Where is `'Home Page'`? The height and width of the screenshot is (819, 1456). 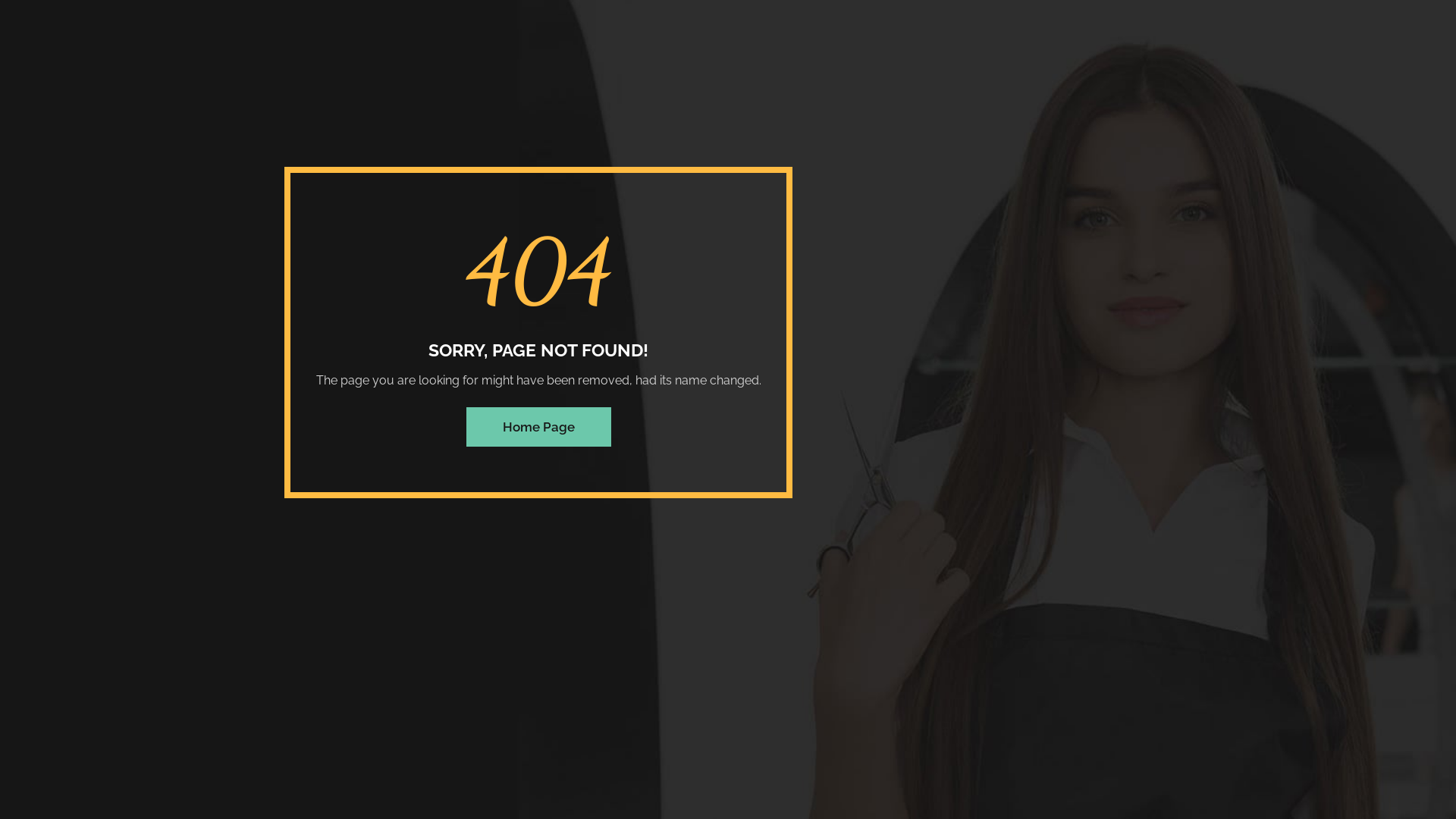
'Home Page' is located at coordinates (538, 427).